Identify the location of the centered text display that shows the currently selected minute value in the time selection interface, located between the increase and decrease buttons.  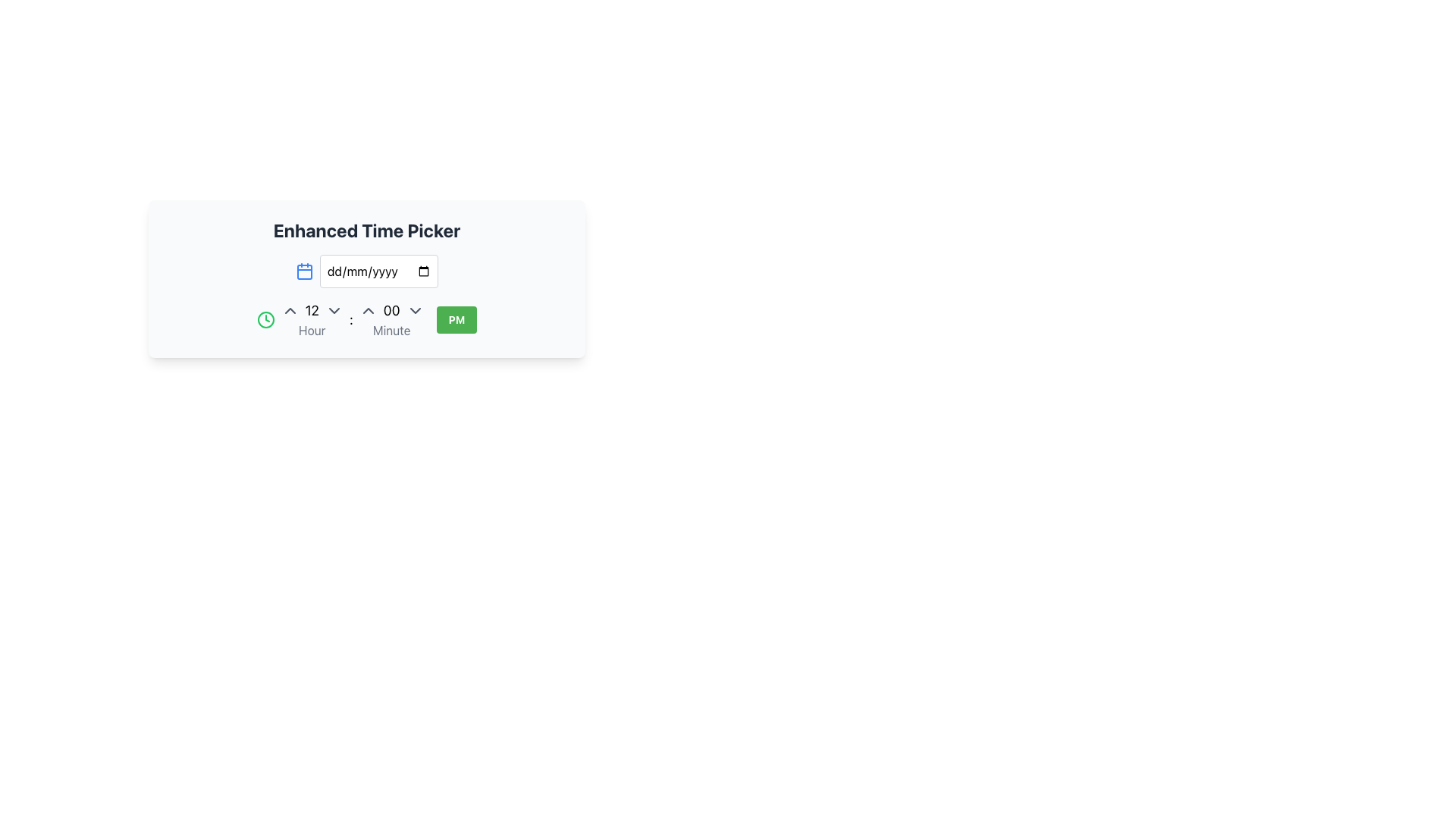
(391, 309).